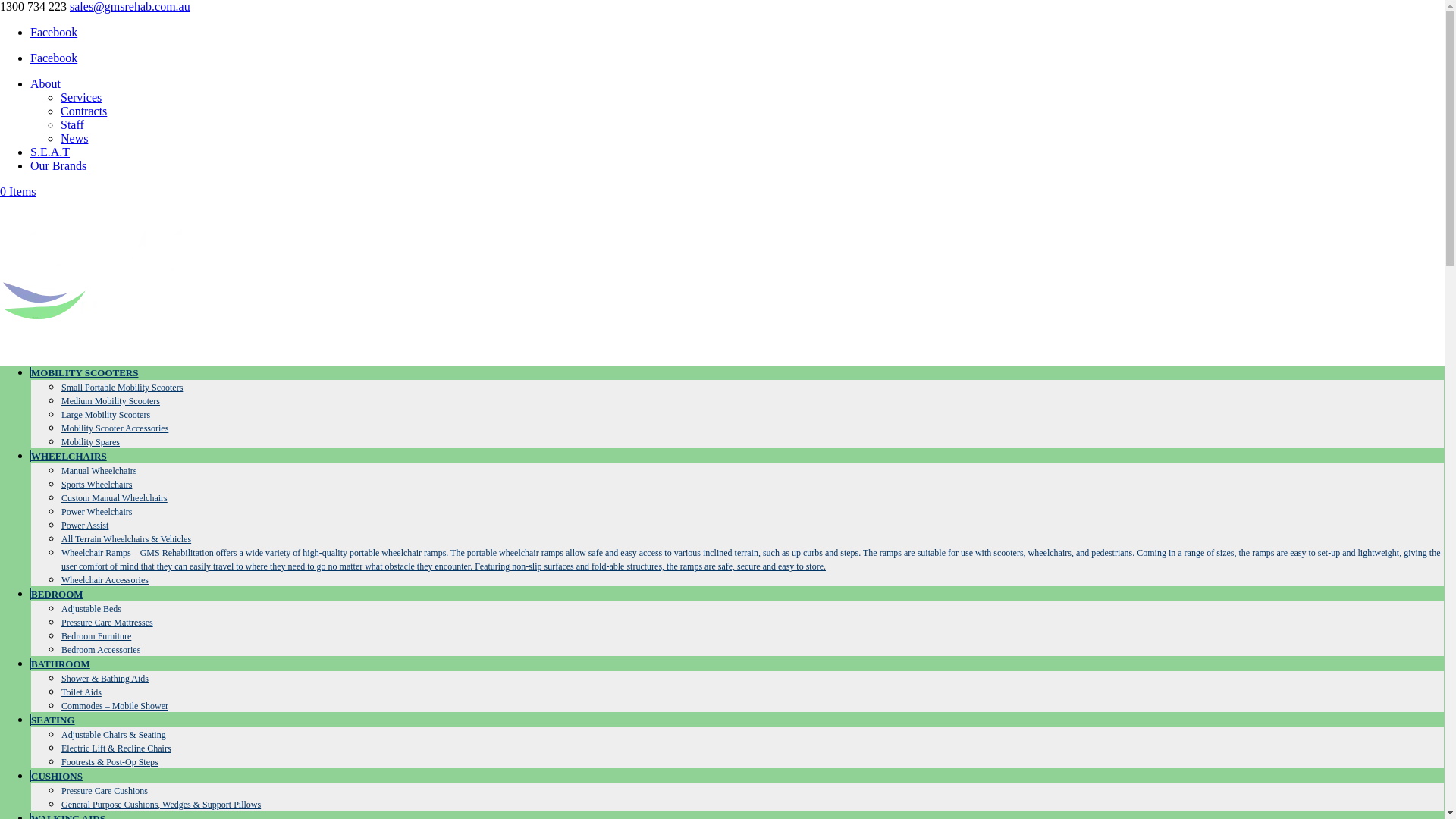  What do you see at coordinates (108, 762) in the screenshot?
I see `'Footrests & Post-Op Steps'` at bounding box center [108, 762].